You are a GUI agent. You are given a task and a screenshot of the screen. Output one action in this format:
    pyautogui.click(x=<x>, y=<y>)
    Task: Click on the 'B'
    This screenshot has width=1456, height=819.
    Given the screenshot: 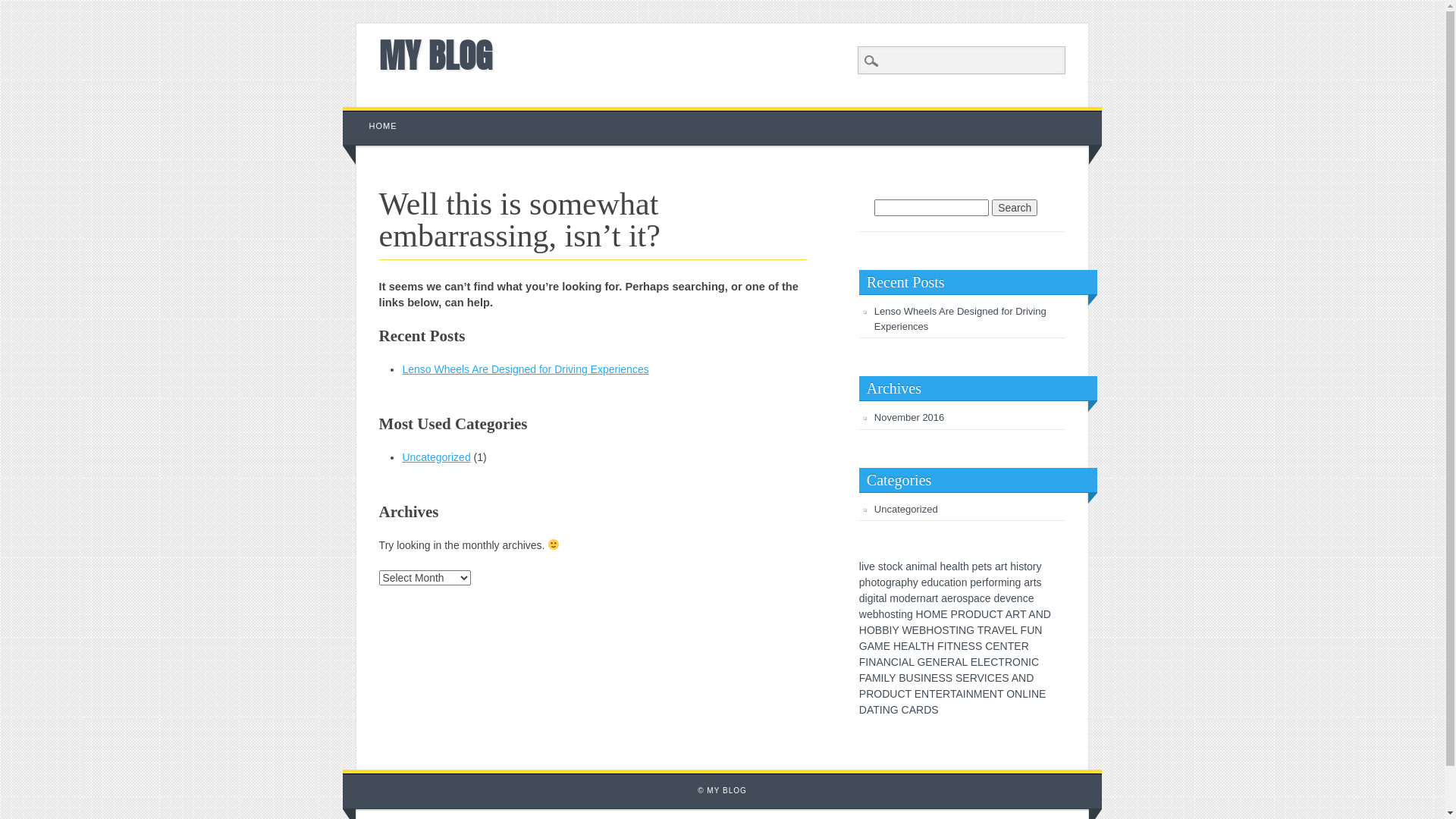 What is the action you would take?
    pyautogui.click(x=885, y=629)
    